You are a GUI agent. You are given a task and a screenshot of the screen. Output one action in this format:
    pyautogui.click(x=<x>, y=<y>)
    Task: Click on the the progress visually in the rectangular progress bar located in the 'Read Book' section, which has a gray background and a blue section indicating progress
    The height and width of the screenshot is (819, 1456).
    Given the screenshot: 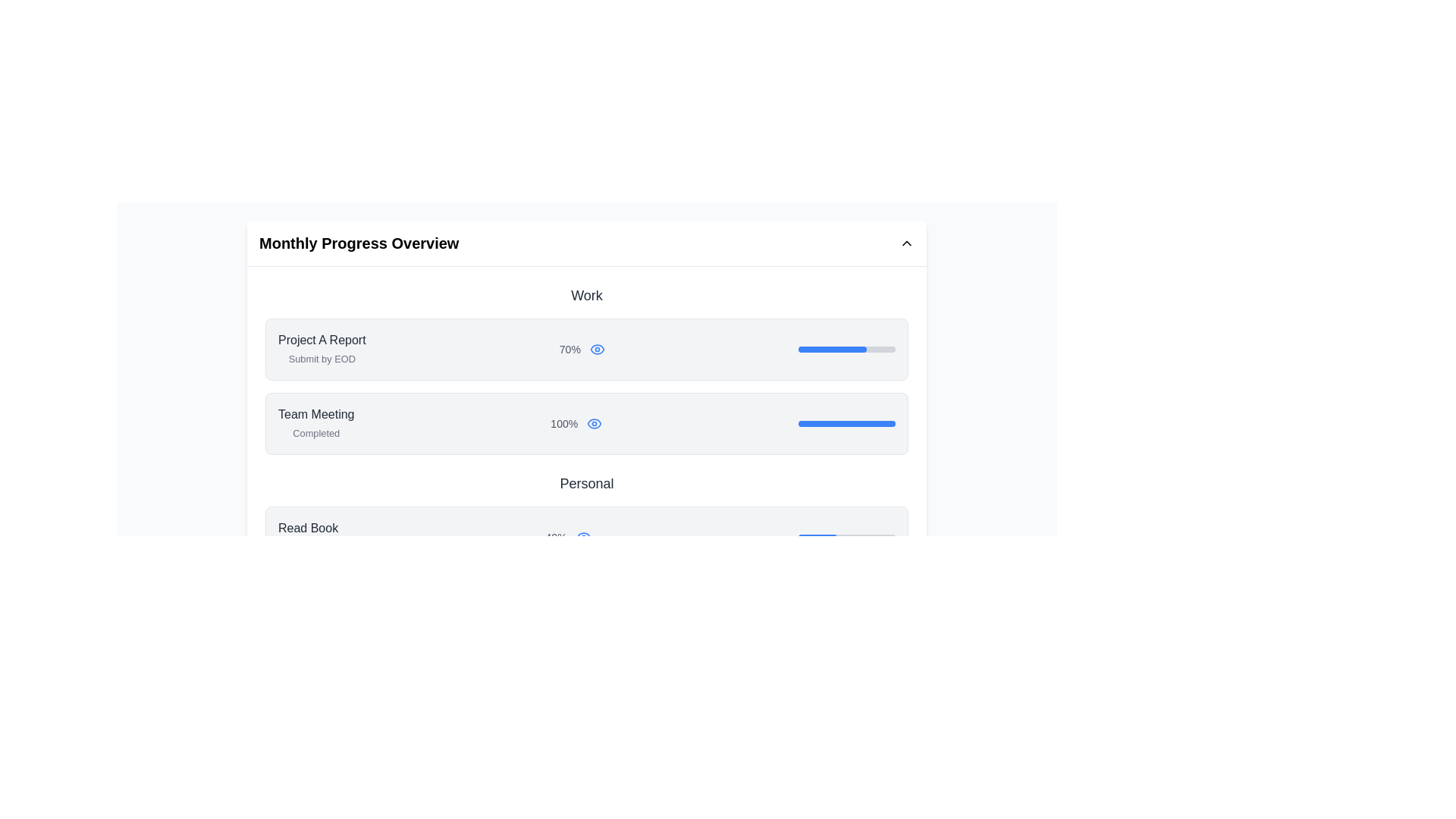 What is the action you would take?
    pyautogui.click(x=846, y=537)
    